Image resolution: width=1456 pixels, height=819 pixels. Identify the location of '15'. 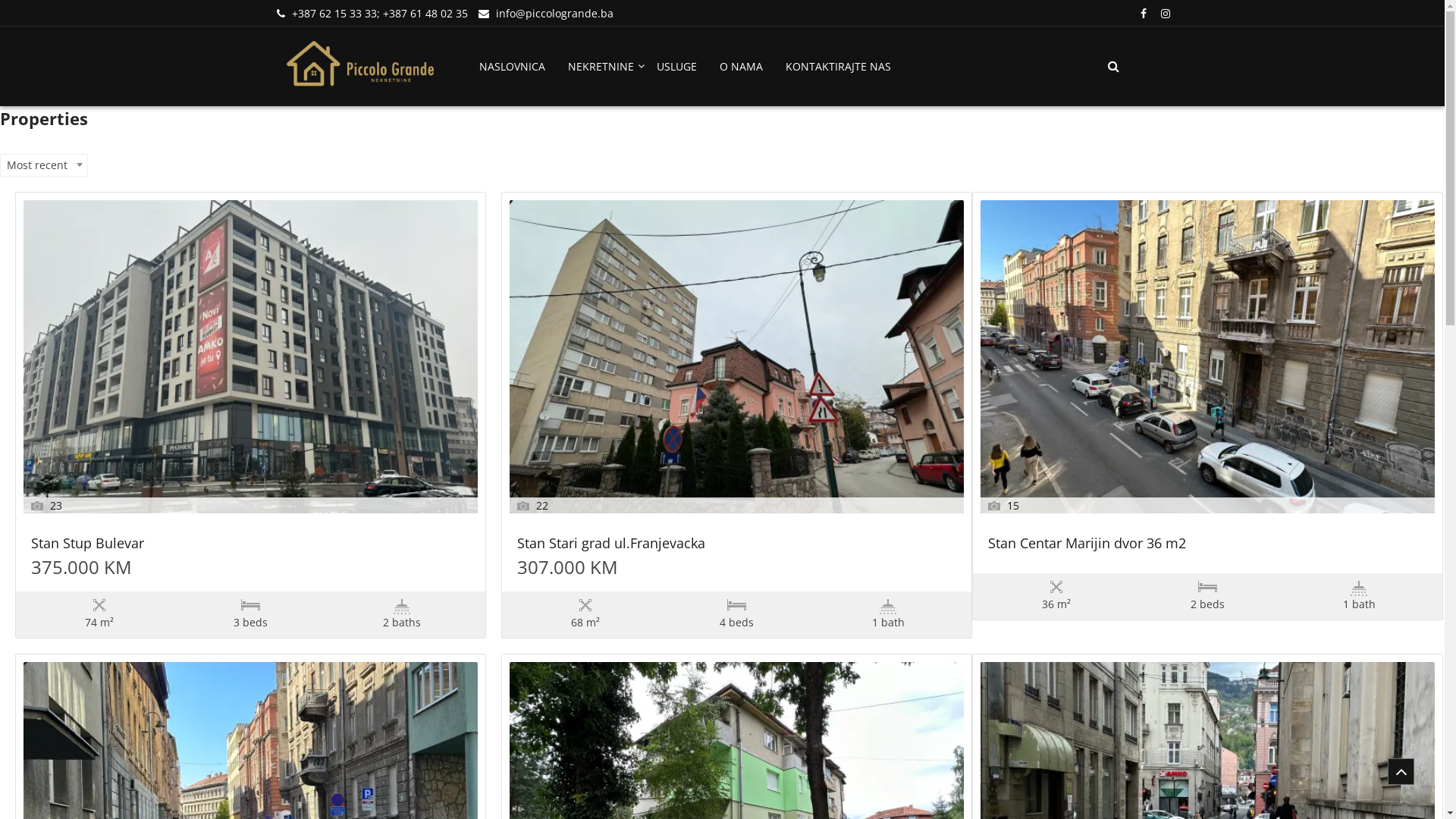
(1207, 356).